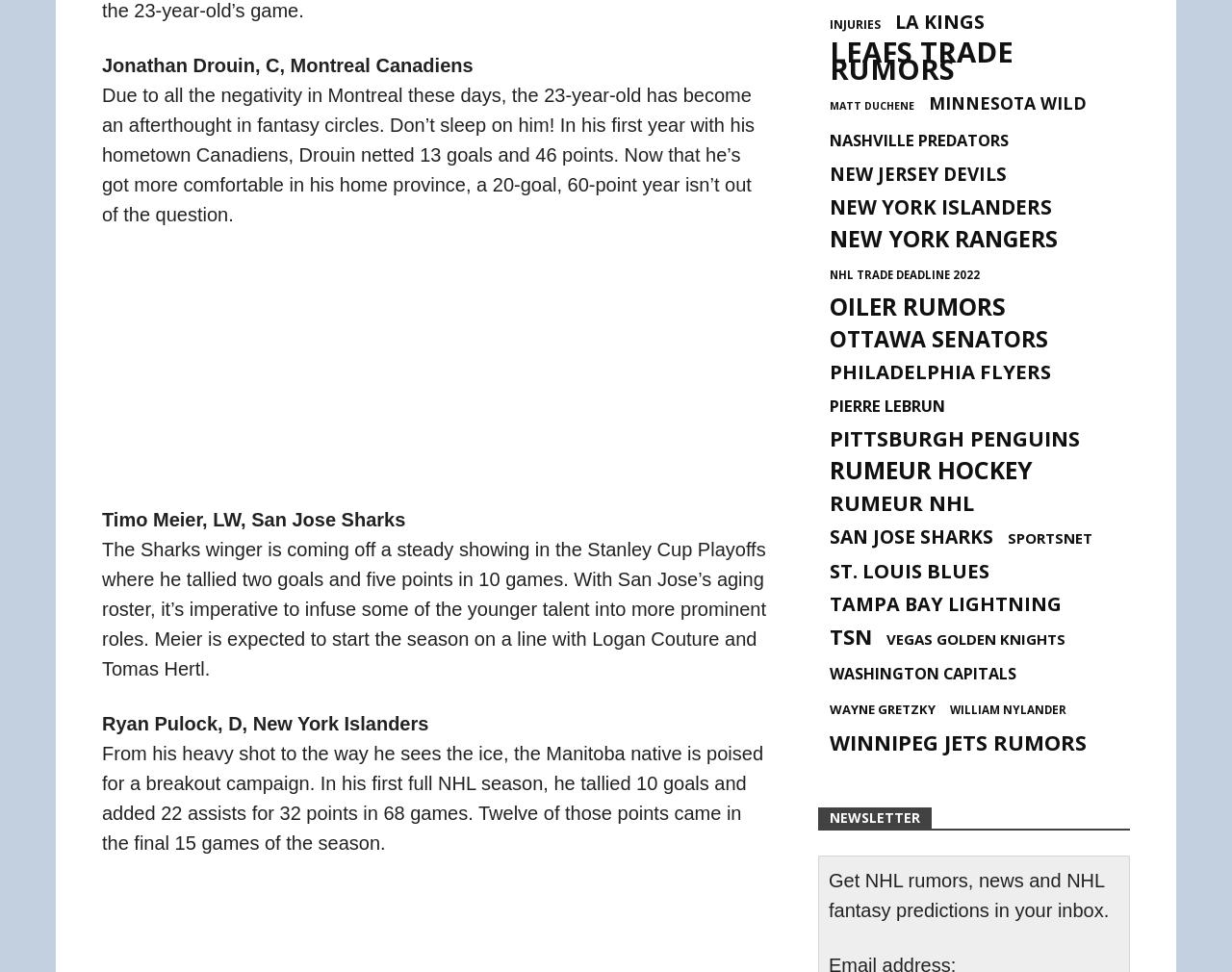  Describe the element at coordinates (264, 722) in the screenshot. I see `'Ryan Pulock, D, New York Islanders'` at that location.